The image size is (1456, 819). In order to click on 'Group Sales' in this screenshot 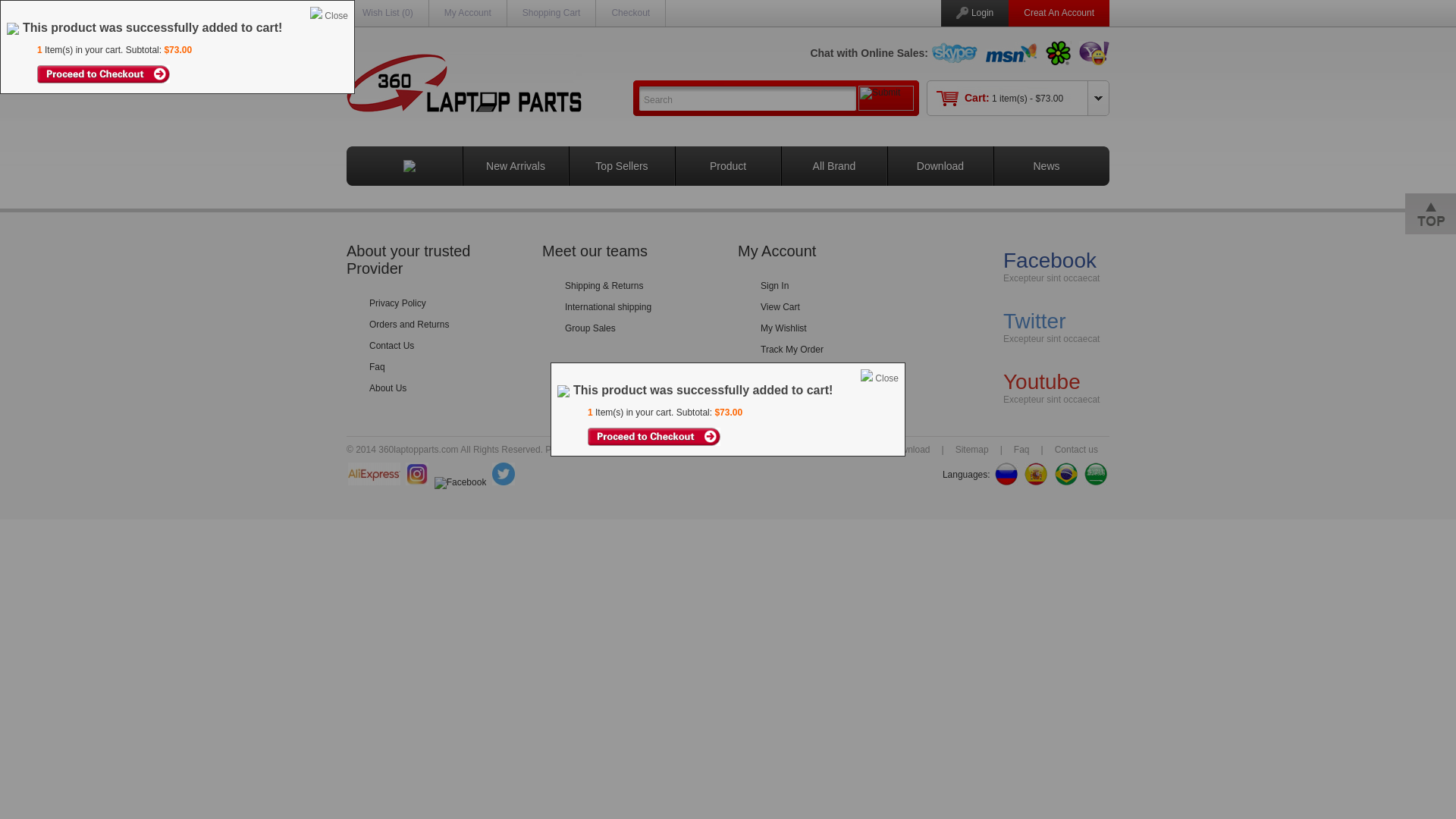, I will do `click(563, 327)`.